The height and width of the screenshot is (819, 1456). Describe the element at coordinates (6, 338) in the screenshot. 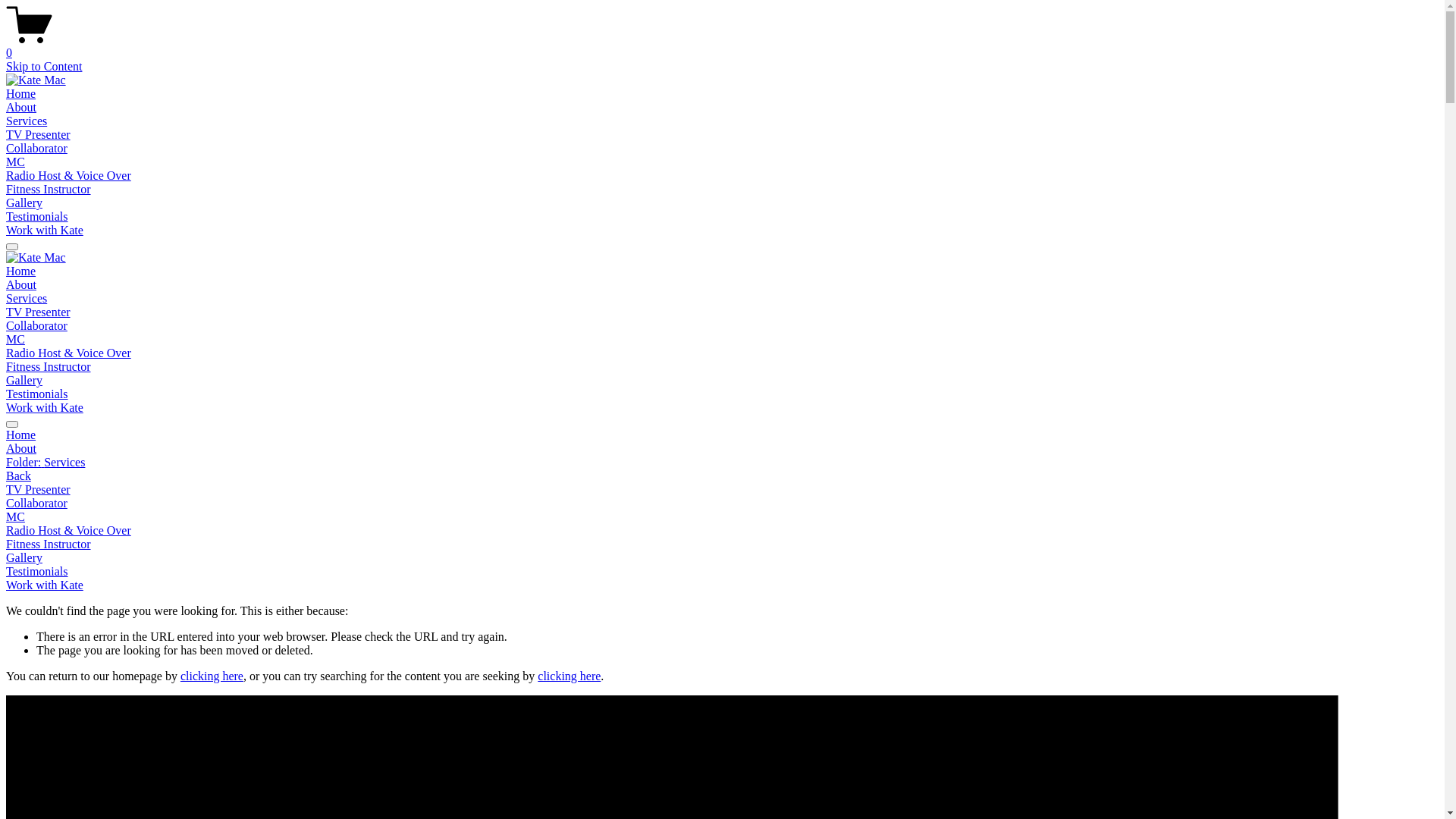

I see `'MC'` at that location.